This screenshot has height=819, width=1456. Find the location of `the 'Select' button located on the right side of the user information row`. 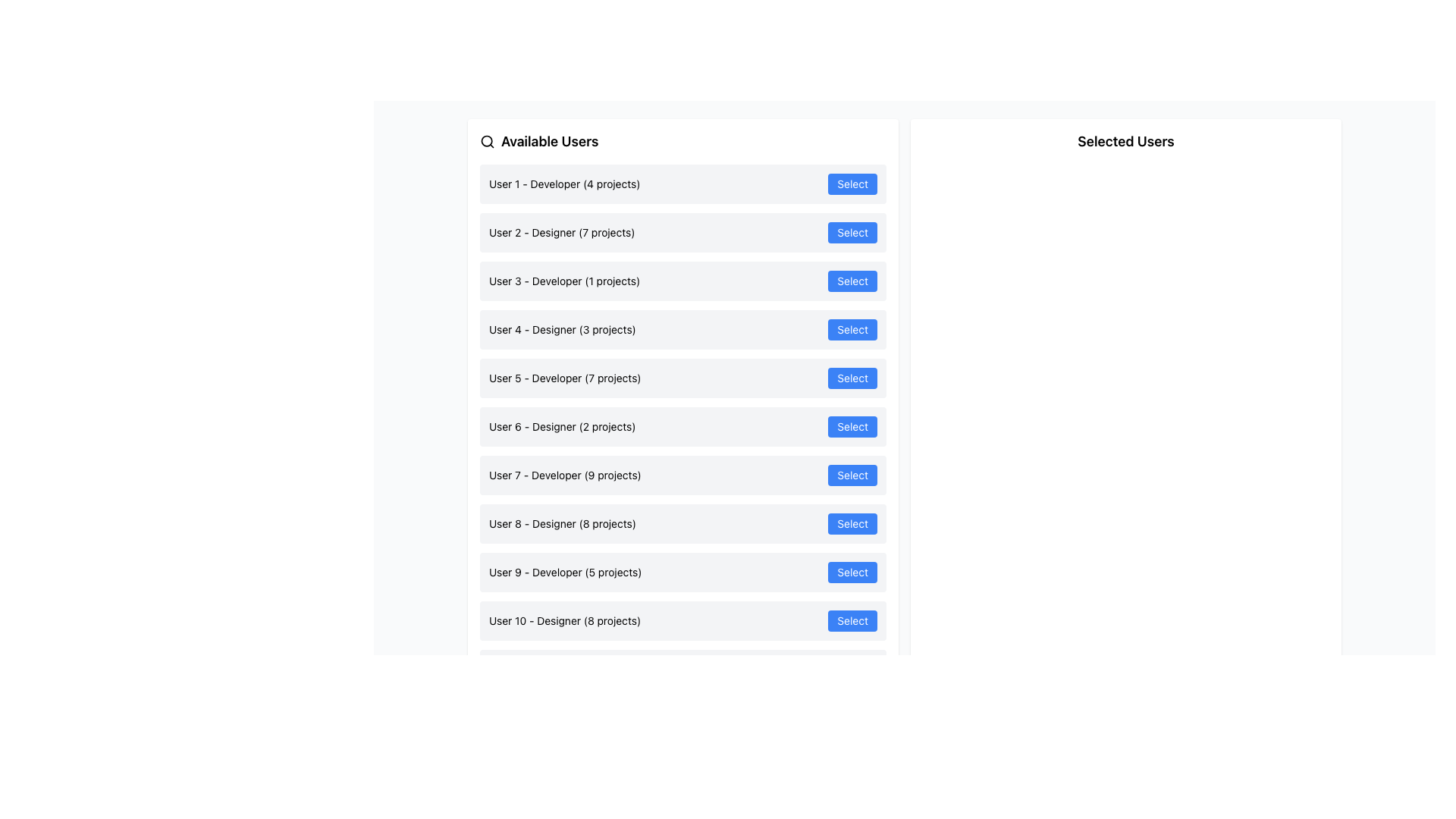

the 'Select' button located on the right side of the user information row is located at coordinates (852, 281).